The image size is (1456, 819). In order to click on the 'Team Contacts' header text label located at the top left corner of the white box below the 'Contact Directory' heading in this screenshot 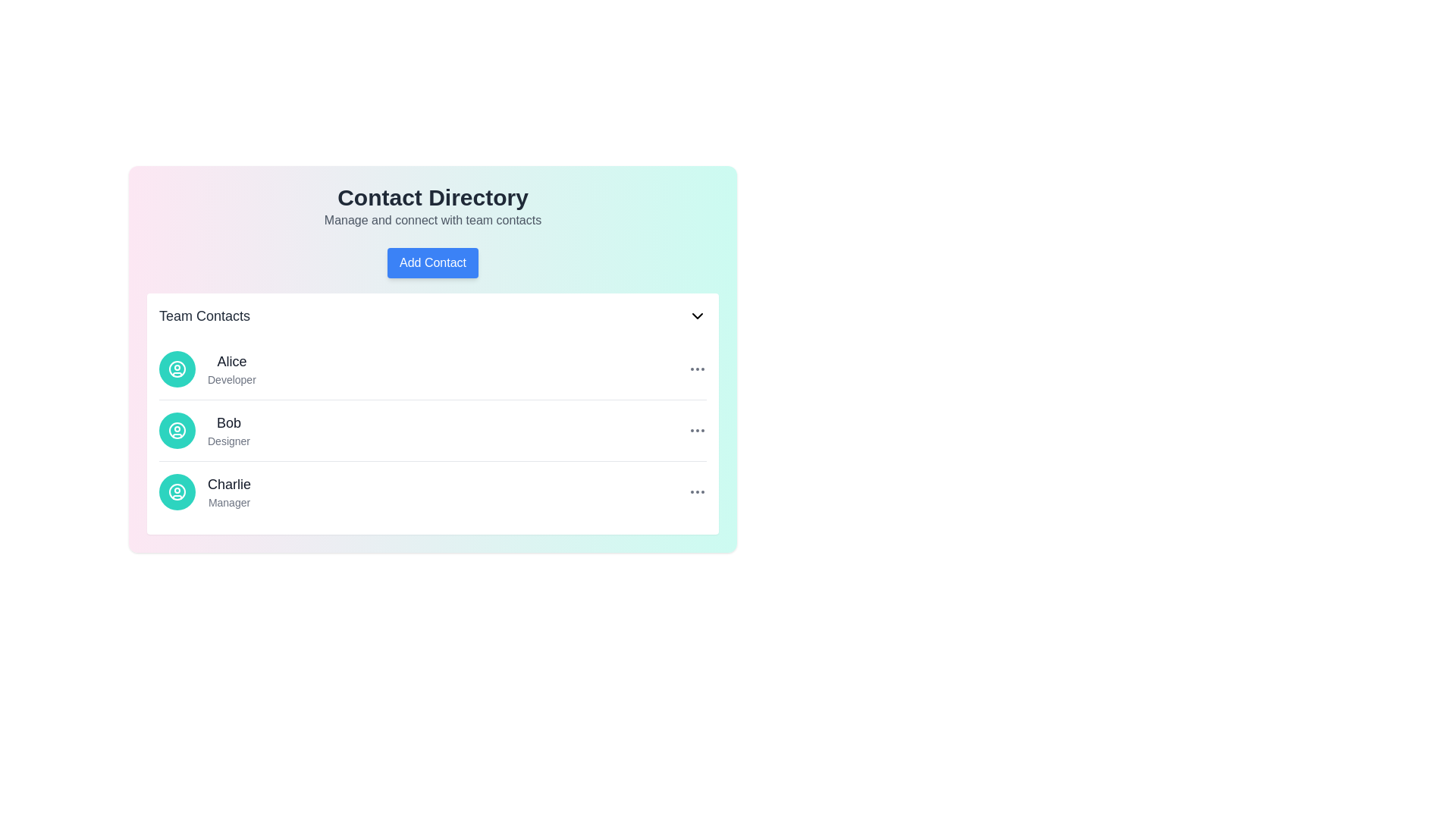, I will do `click(203, 315)`.